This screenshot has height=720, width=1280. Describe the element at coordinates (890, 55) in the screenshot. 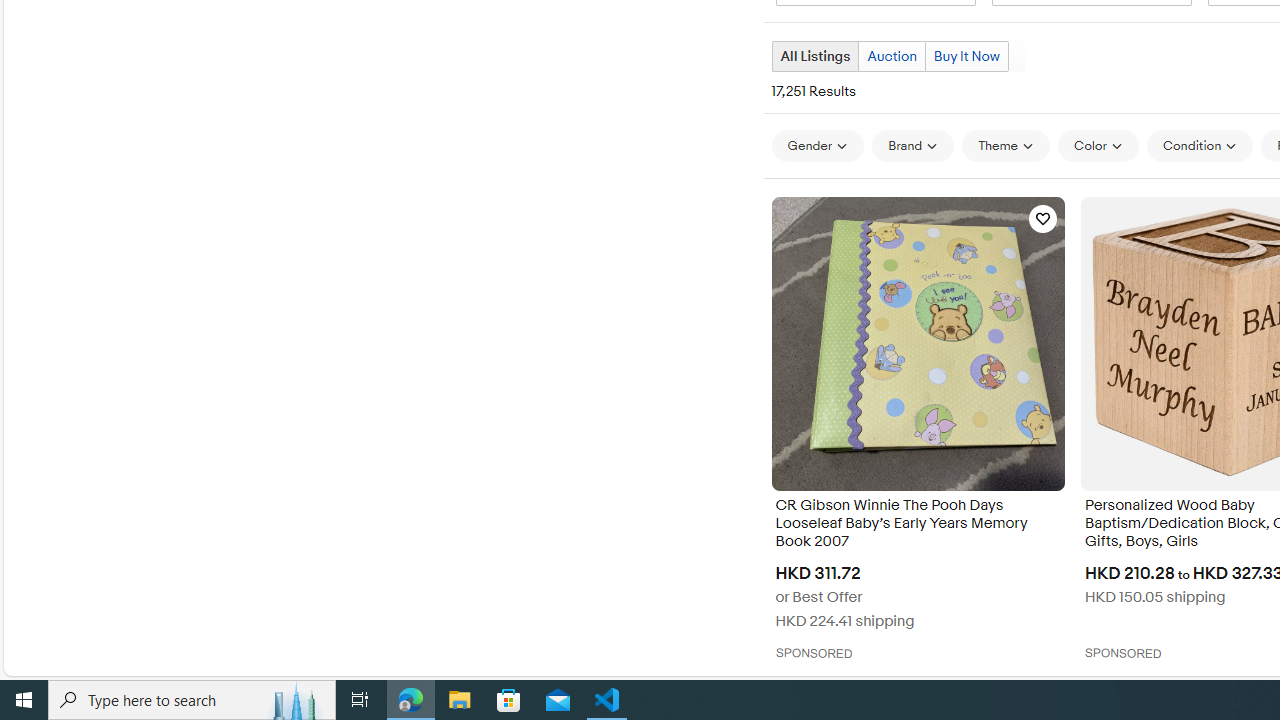

I see `'Auction'` at that location.